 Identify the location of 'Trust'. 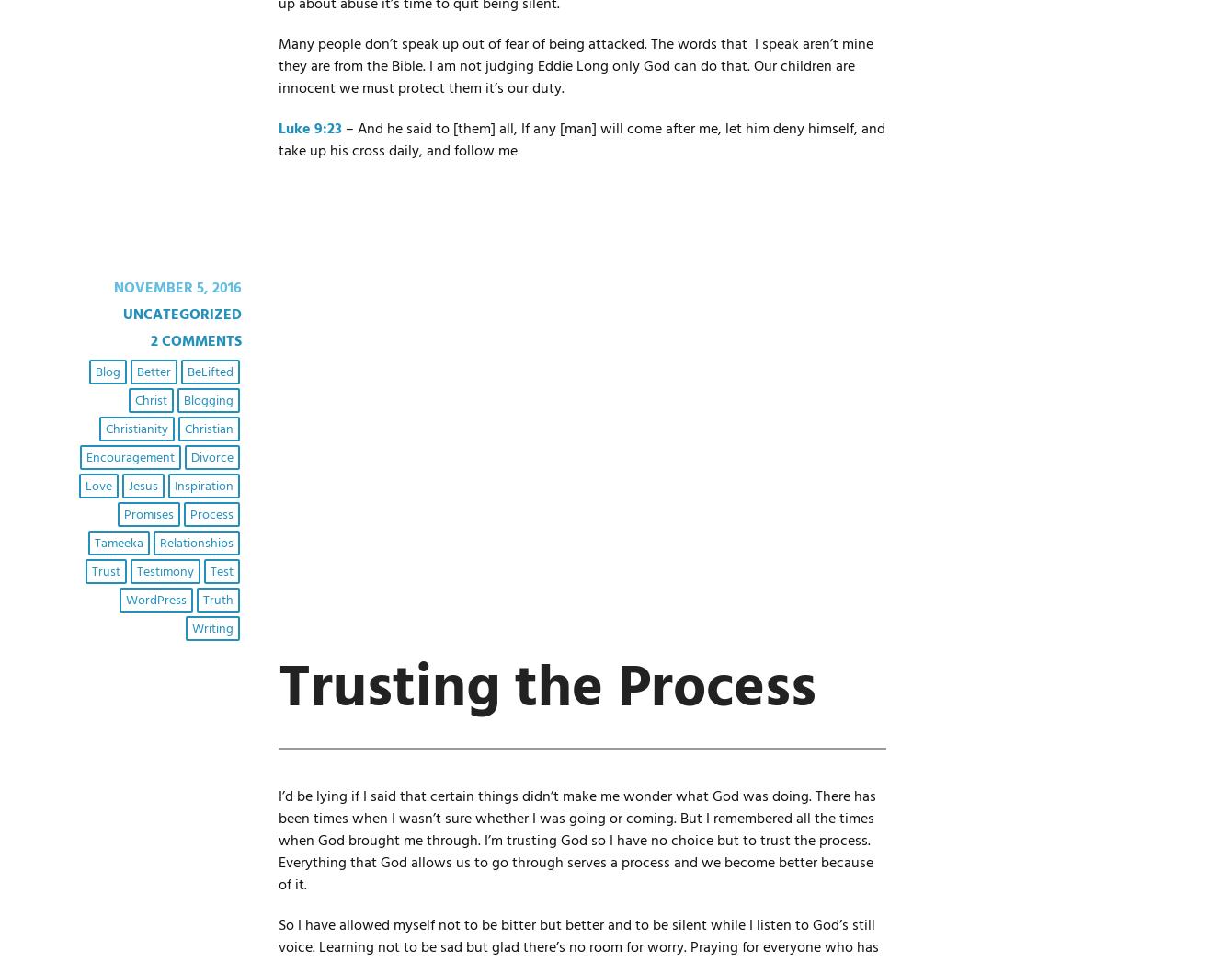
(105, 571).